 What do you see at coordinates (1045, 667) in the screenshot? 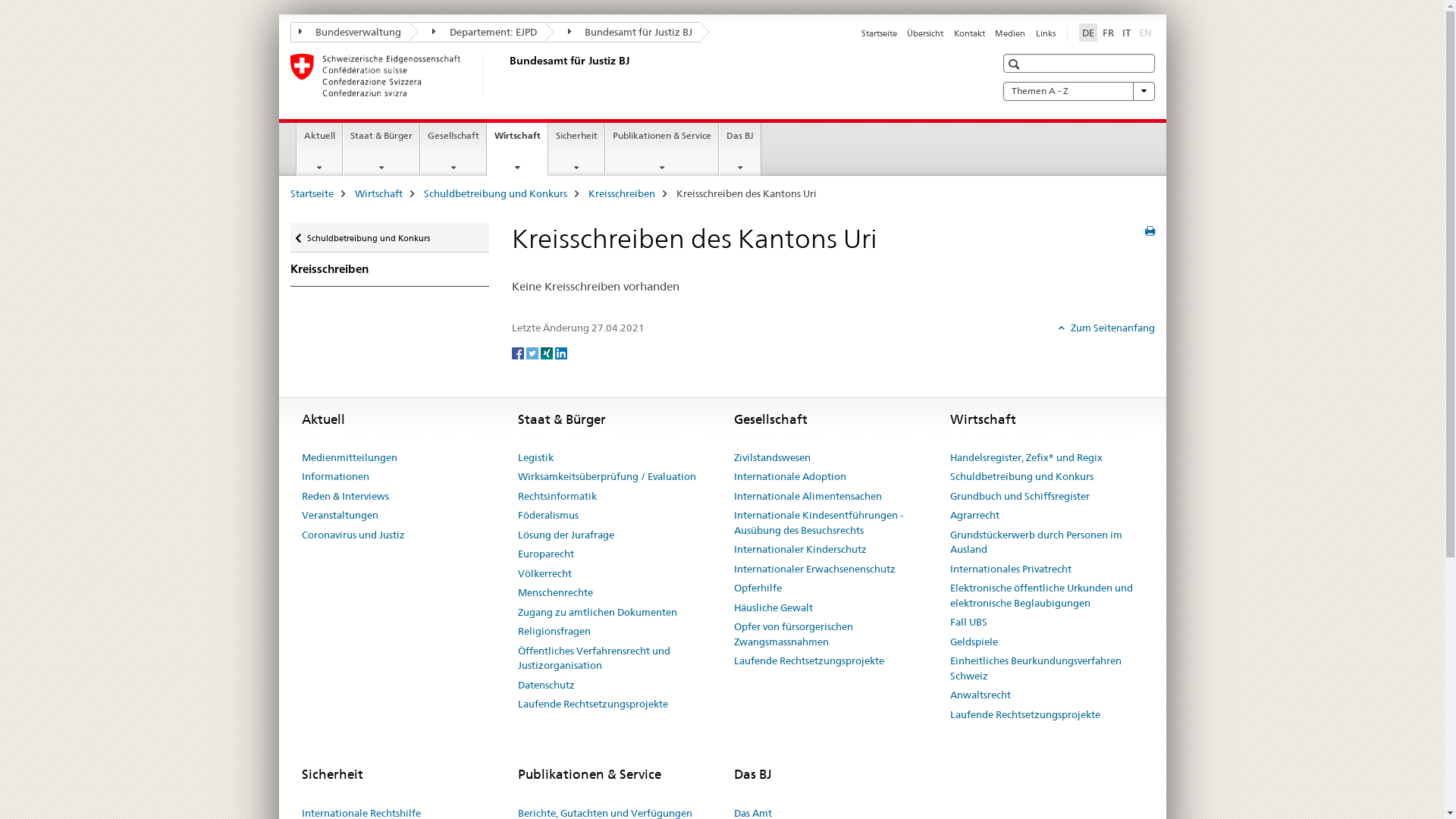
I see `'Einheitliches Beurkundungsverfahren Schweiz'` at bounding box center [1045, 667].